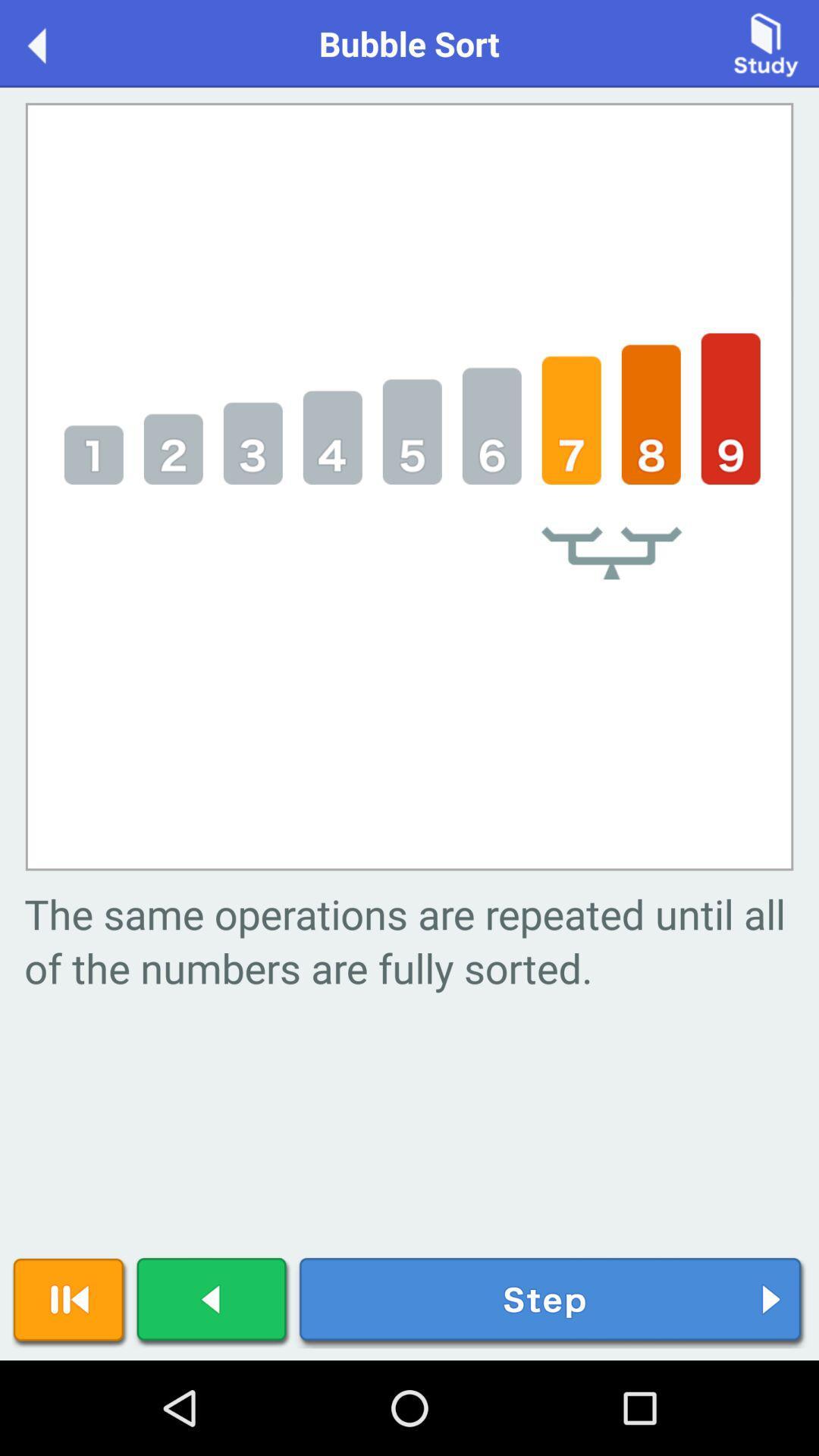  What do you see at coordinates (70, 1302) in the screenshot?
I see `pause play` at bounding box center [70, 1302].